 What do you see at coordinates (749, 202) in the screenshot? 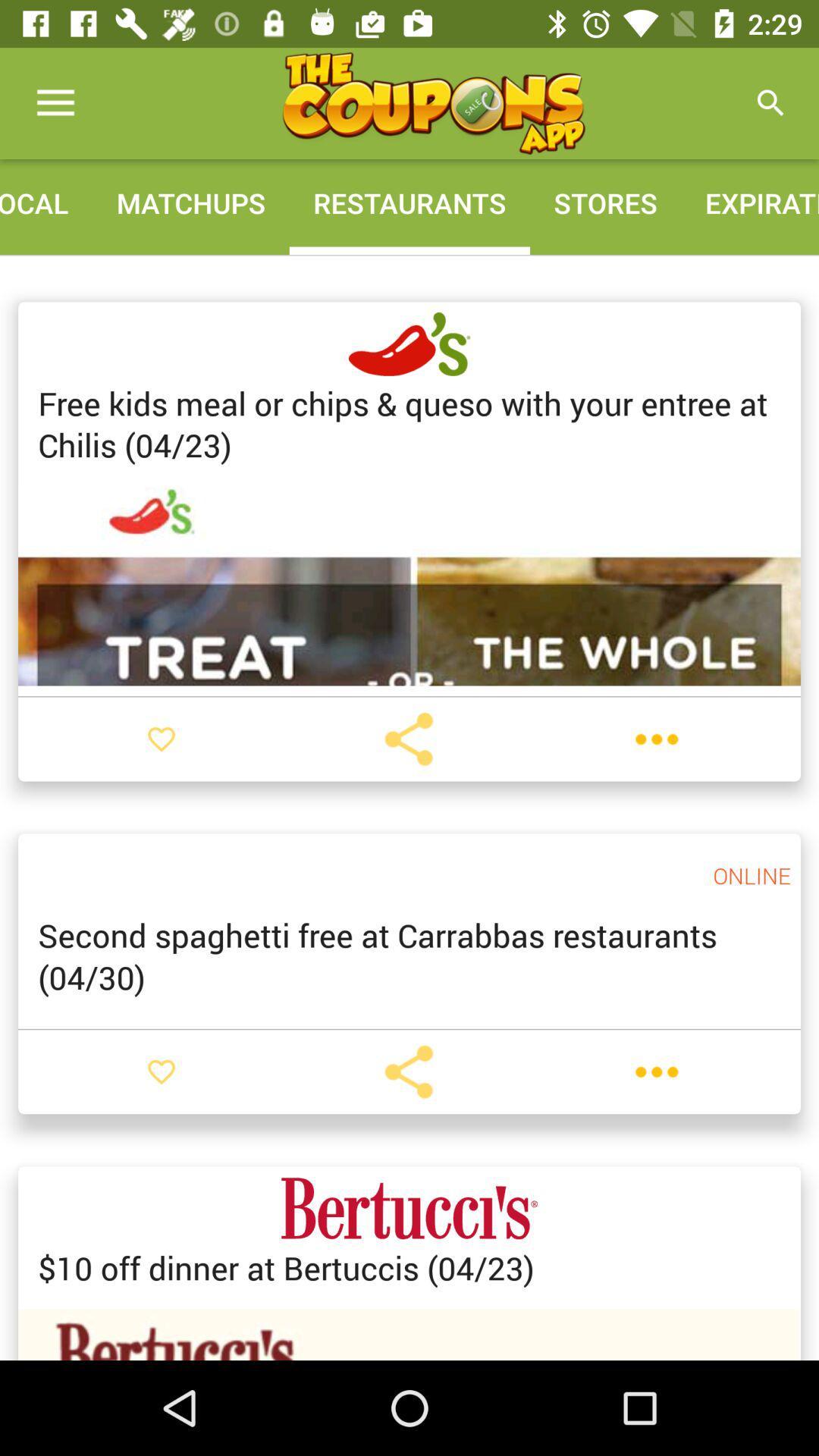
I see `the icon next to stores icon` at bounding box center [749, 202].